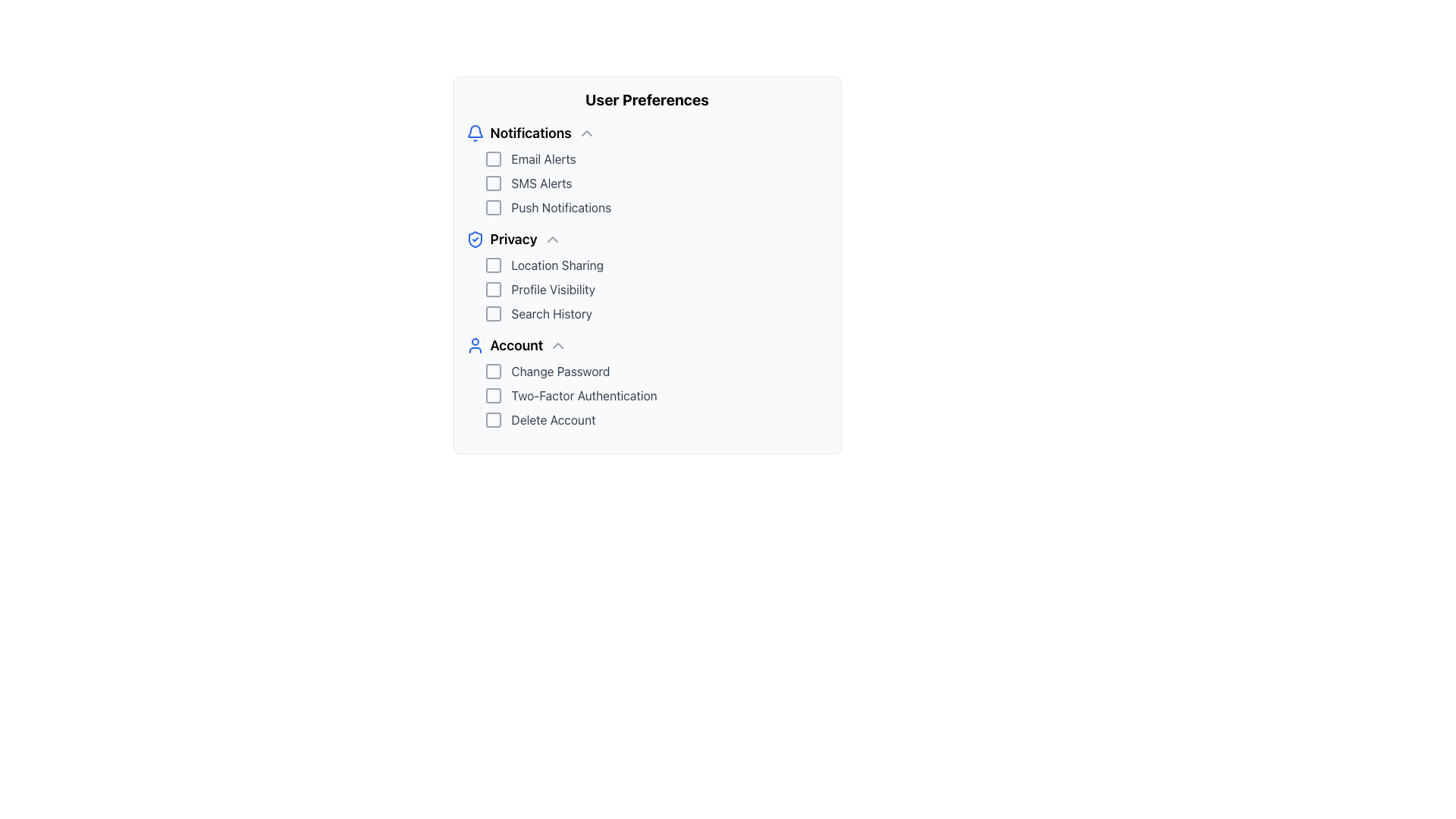 The height and width of the screenshot is (819, 1456). Describe the element at coordinates (493, 158) in the screenshot. I see `the SVG graphical component representing the 'Email Alerts' preference option, located near the 'Notifications' section` at that location.